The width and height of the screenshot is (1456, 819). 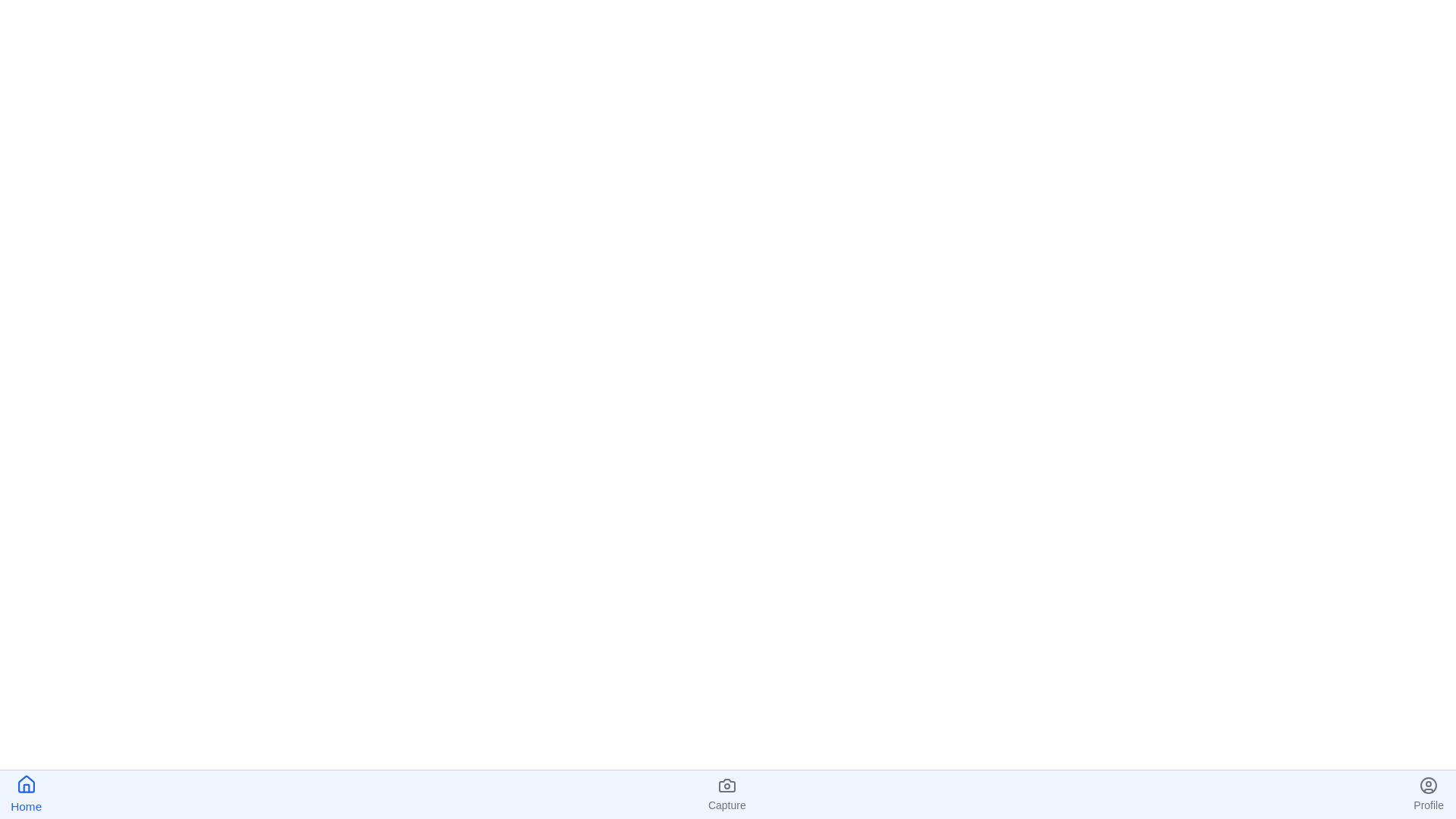 I want to click on the Profile icon in the bottom navigation bar, so click(x=1427, y=794).